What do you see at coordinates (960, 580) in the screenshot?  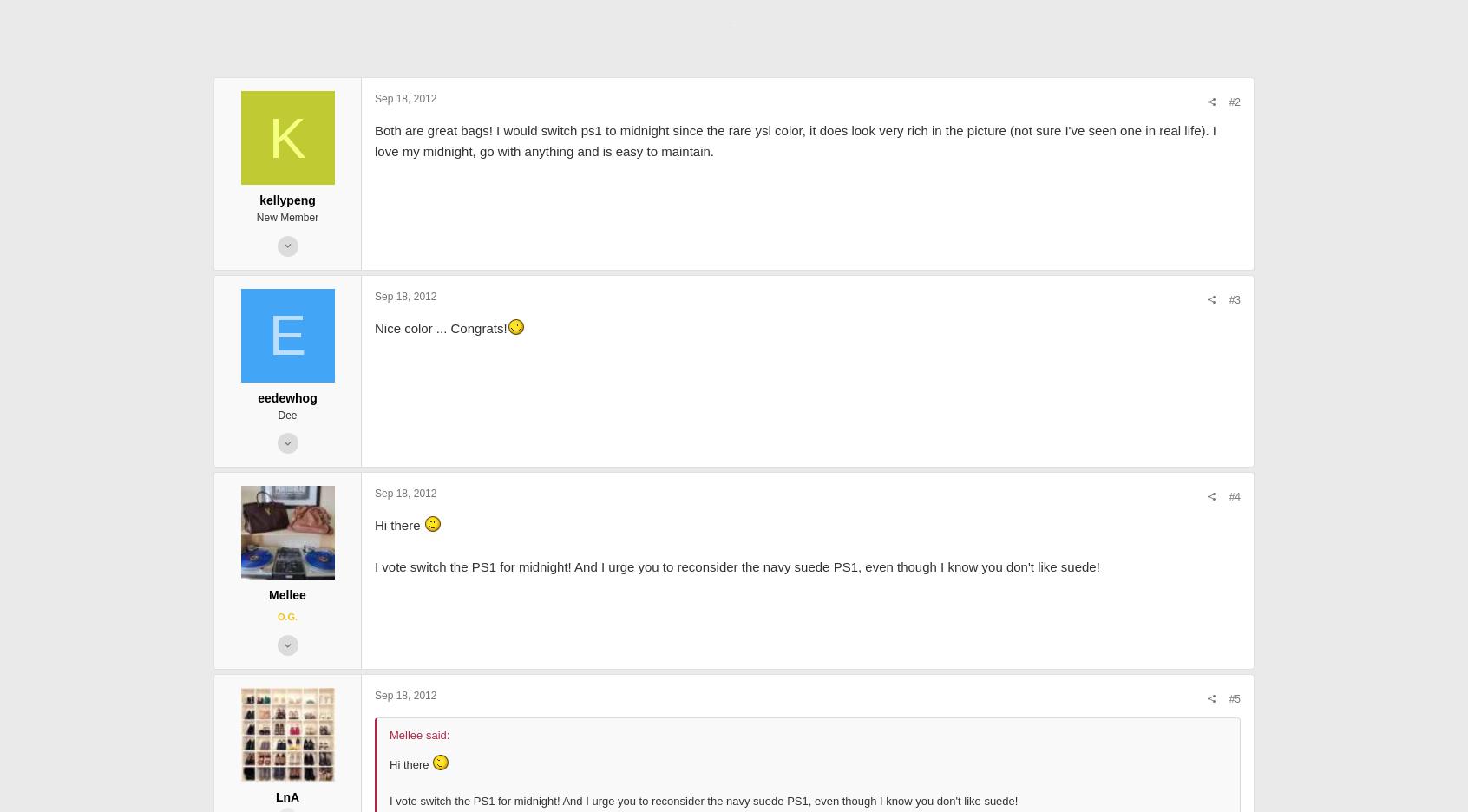 I see `'#4'` at bounding box center [960, 580].